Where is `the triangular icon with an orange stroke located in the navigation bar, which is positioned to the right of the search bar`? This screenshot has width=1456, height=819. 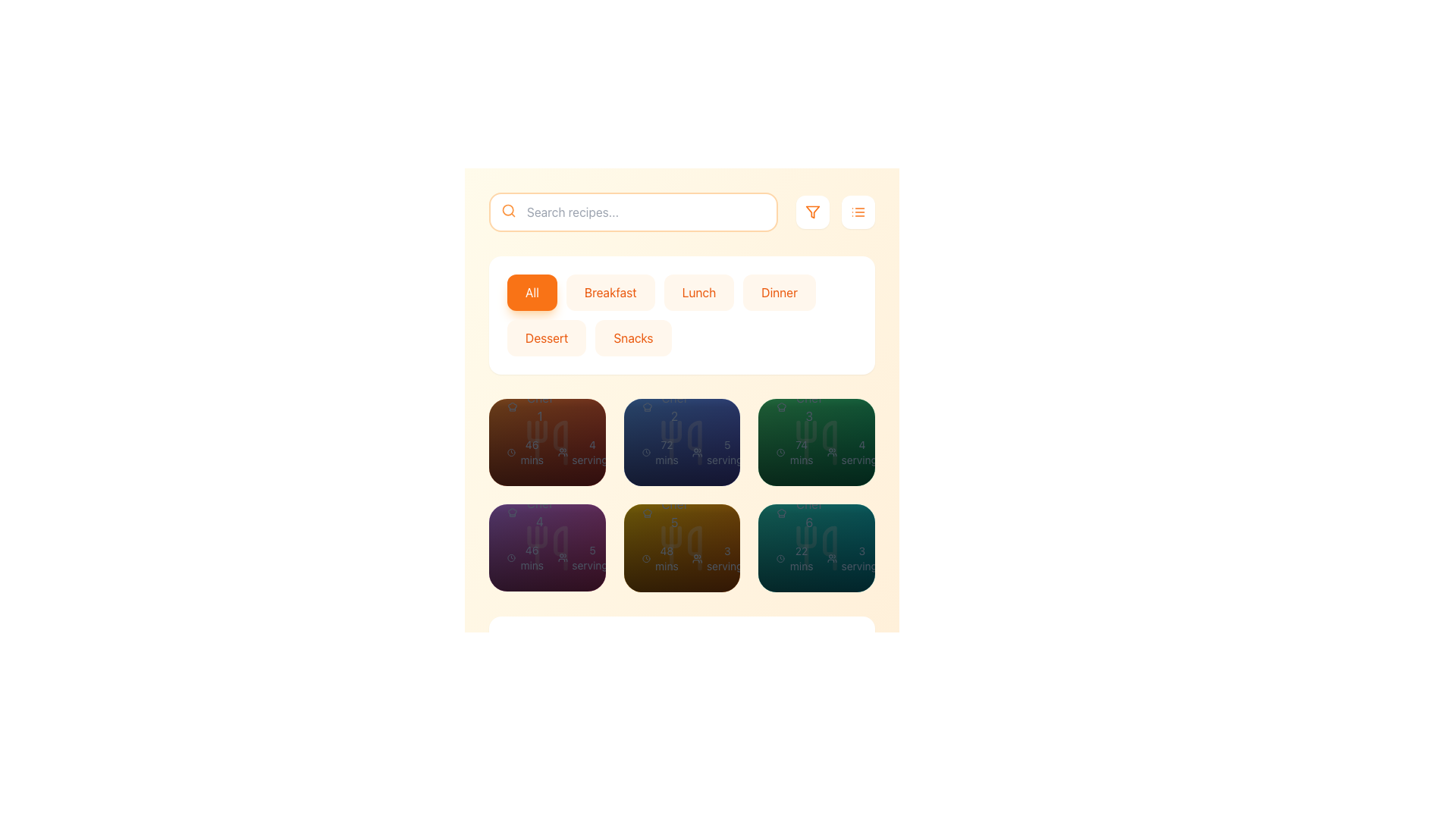
the triangular icon with an orange stroke located in the navigation bar, which is positioned to the right of the search bar is located at coordinates (811, 212).